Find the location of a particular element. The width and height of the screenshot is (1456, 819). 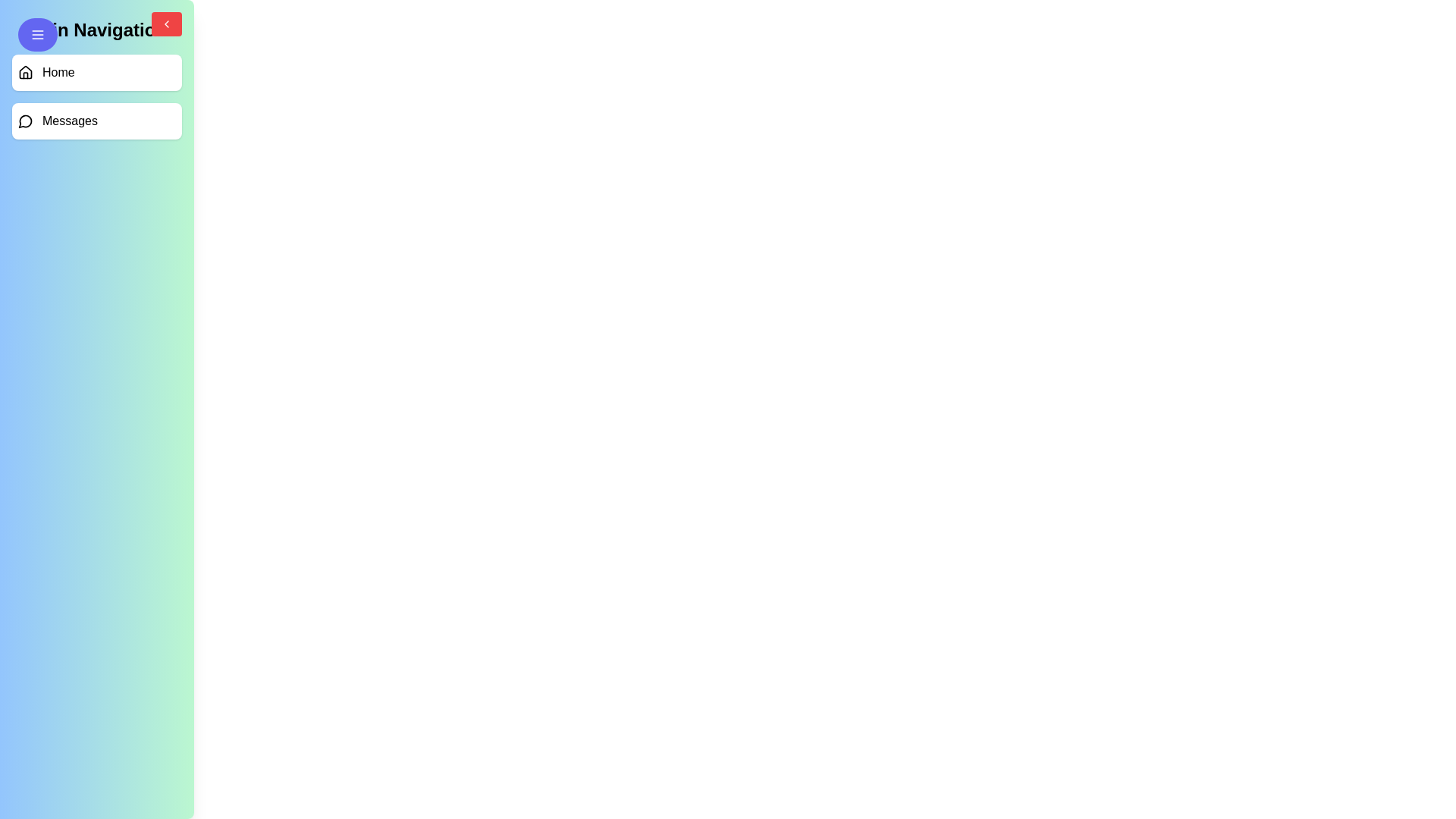

the decorative or functional part of the speech bubble icon that symbolizes the 'Messages' section in the sidebar navigation panel, located to the left of the text 'Messages' is located at coordinates (25, 121).